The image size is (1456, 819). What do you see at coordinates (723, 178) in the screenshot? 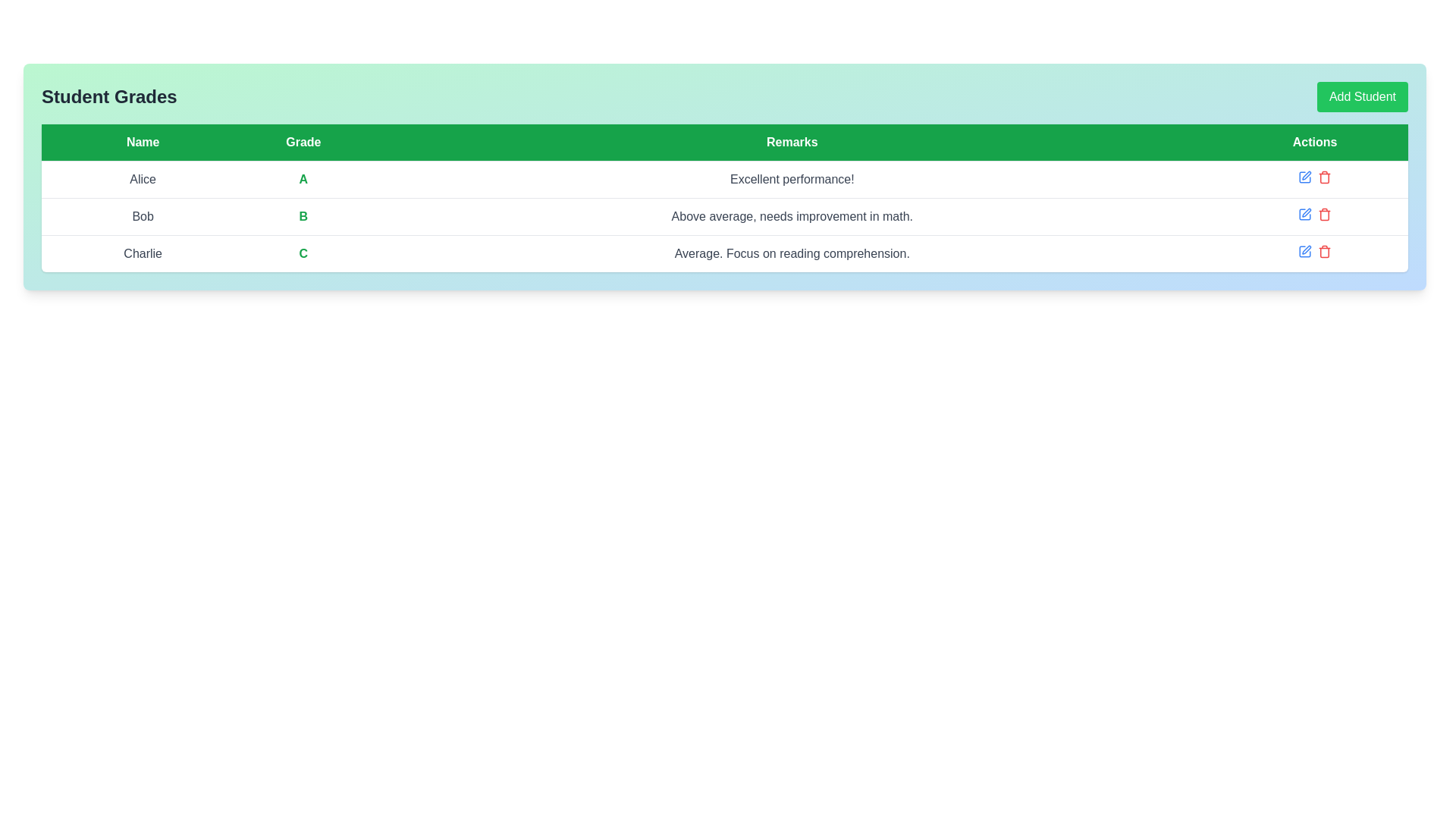
I see `the first row in the 'Student Grades' table, which contains the name 'Alice', grade 'A', and remarks 'Excellent performance!'` at bounding box center [723, 178].